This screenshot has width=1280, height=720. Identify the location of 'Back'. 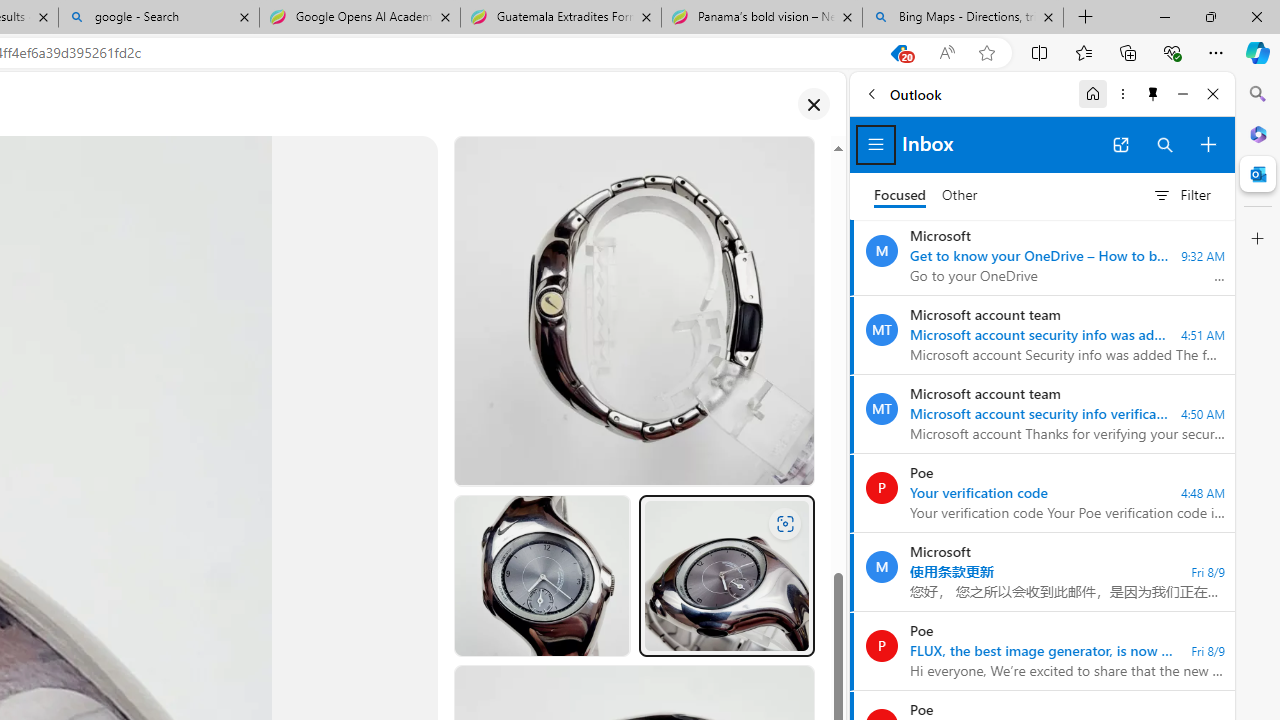
(871, 93).